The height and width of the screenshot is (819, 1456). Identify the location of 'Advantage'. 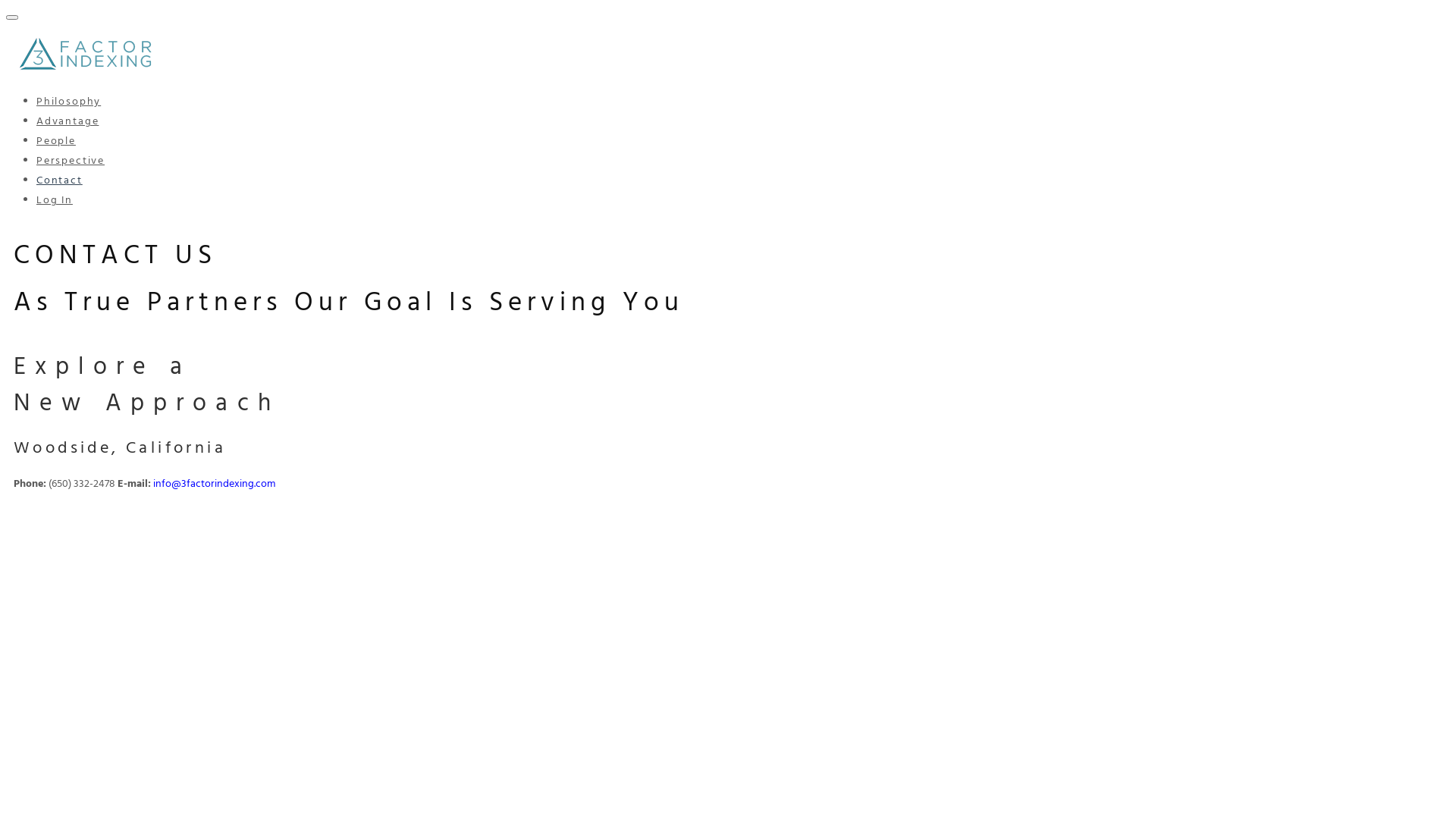
(67, 121).